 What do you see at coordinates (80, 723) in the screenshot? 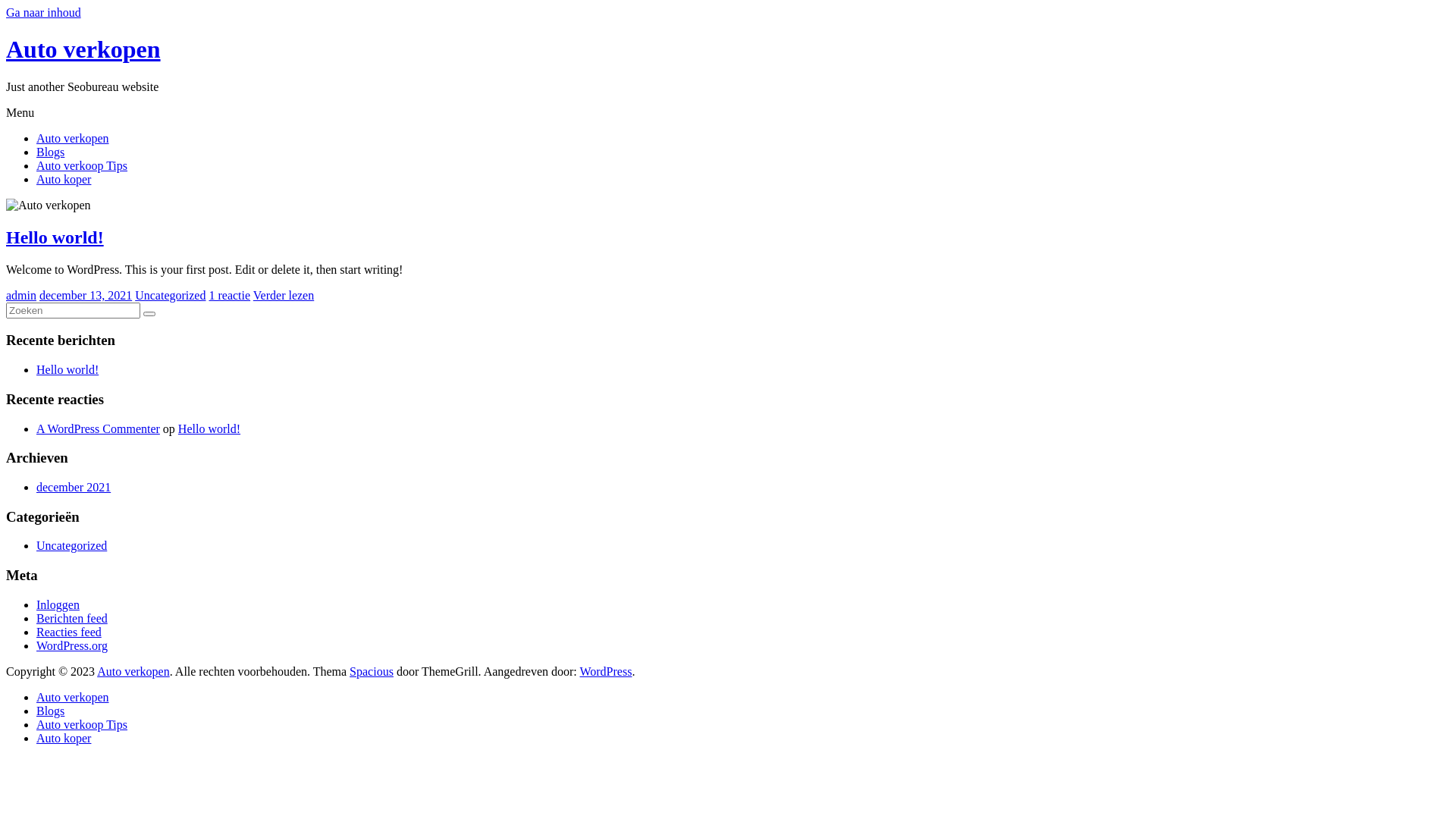
I see `'Auto verkoop Tips'` at bounding box center [80, 723].